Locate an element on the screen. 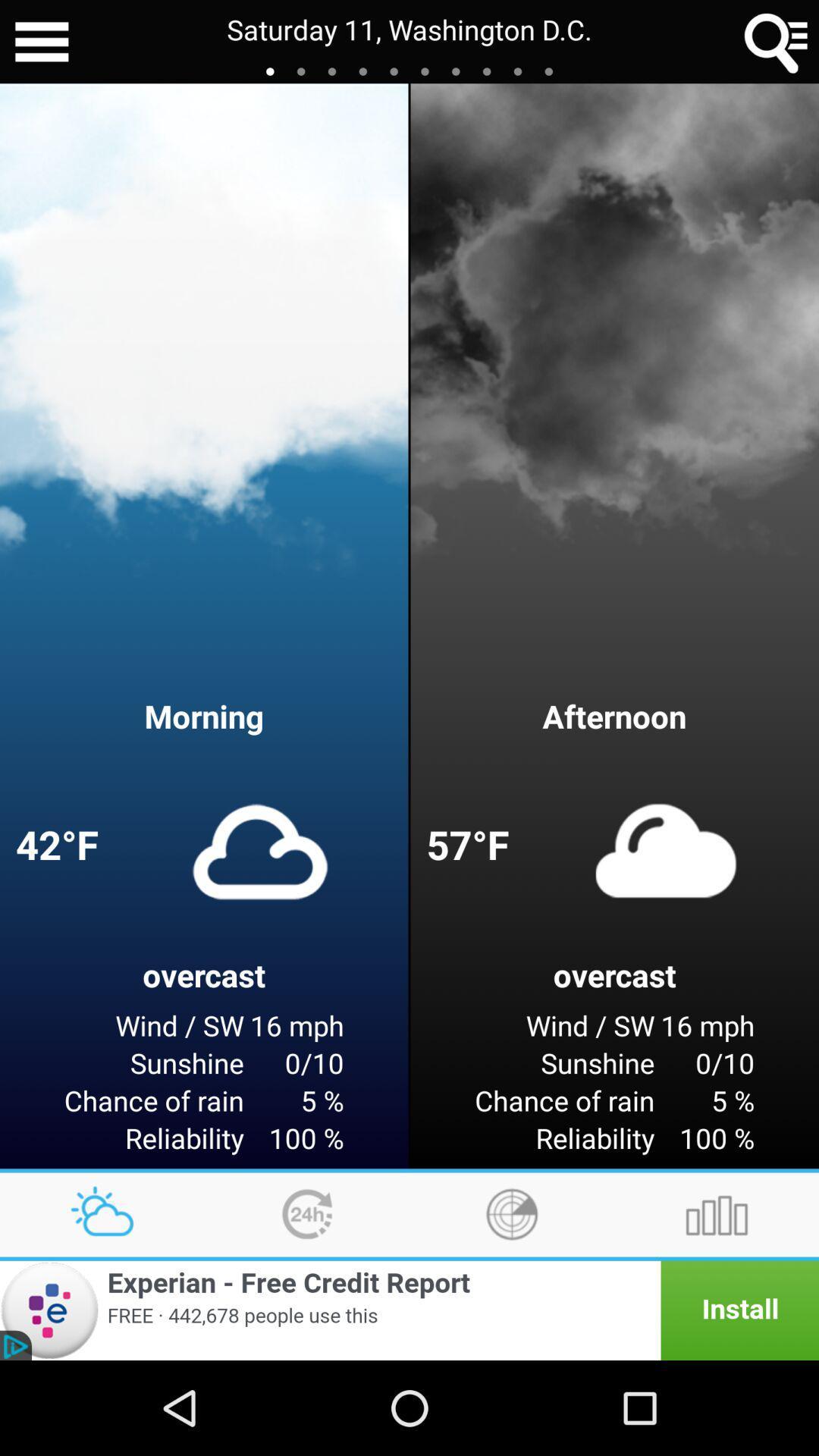 Image resolution: width=819 pixels, height=1456 pixels. the item to the left of saturday 11 washington app is located at coordinates (41, 42).